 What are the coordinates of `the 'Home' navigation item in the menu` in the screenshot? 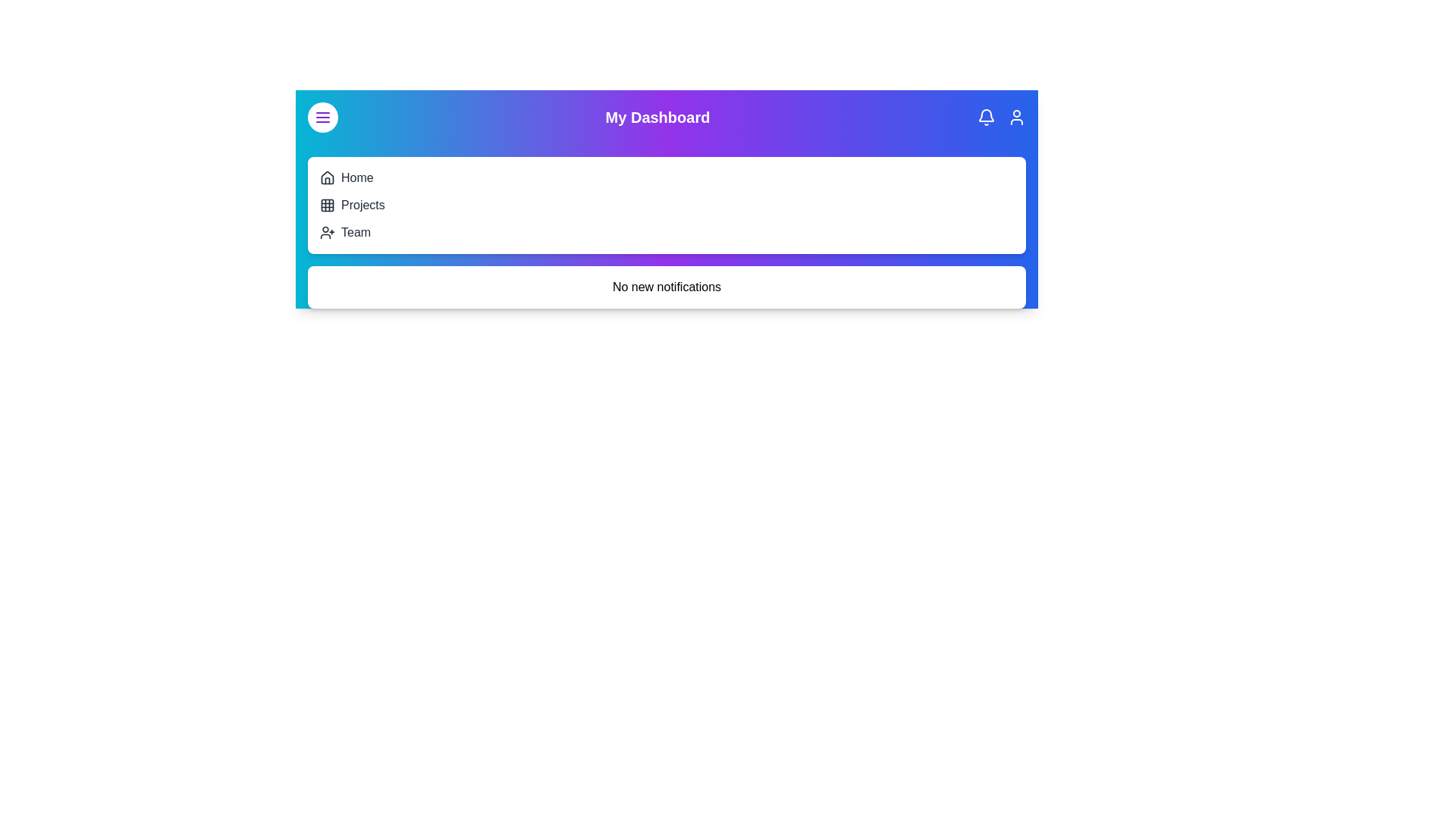 It's located at (356, 177).